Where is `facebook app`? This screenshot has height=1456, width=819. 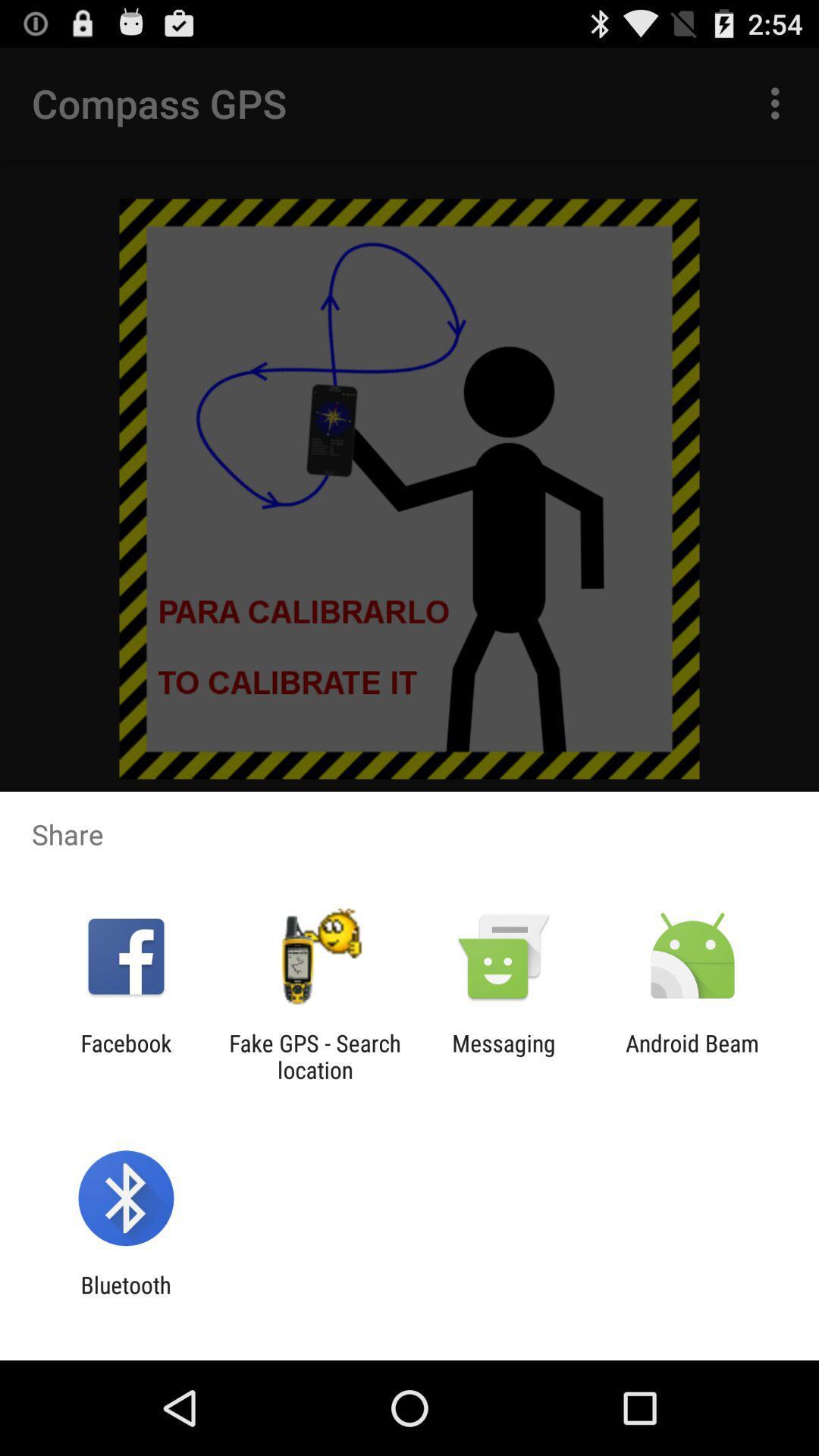 facebook app is located at coordinates (125, 1056).